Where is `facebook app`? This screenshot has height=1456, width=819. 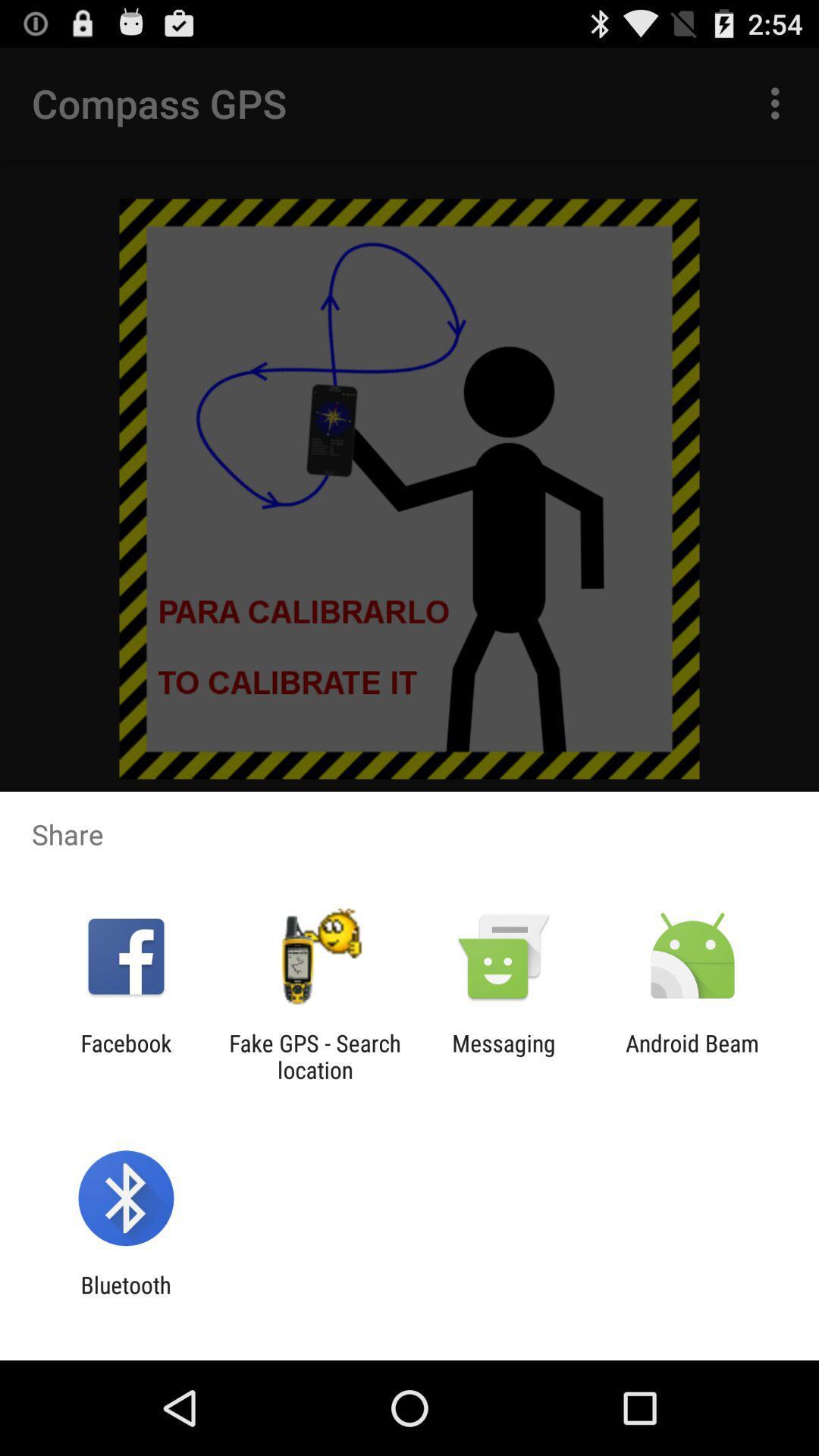 facebook app is located at coordinates (125, 1056).